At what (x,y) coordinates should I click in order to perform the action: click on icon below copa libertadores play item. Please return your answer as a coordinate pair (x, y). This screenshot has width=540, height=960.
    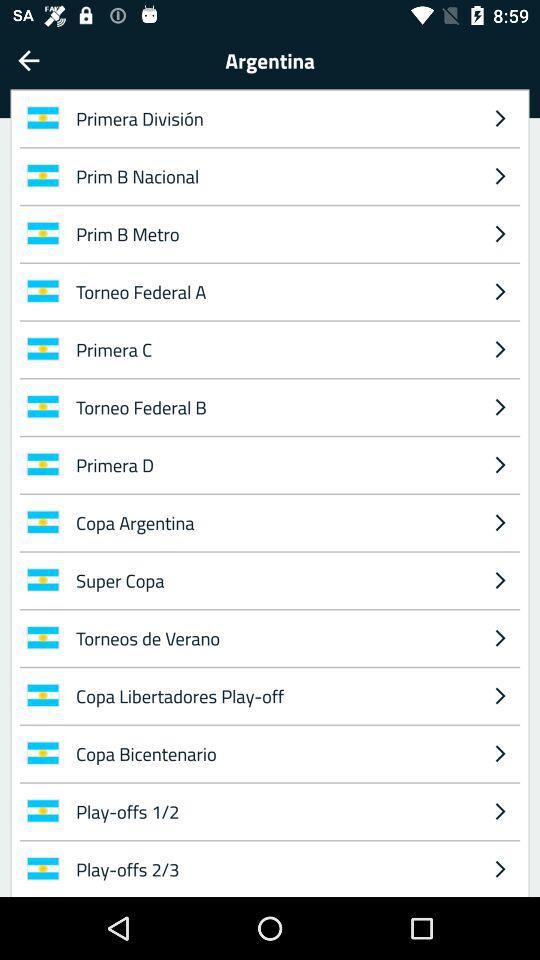
    Looking at the image, I should click on (272, 752).